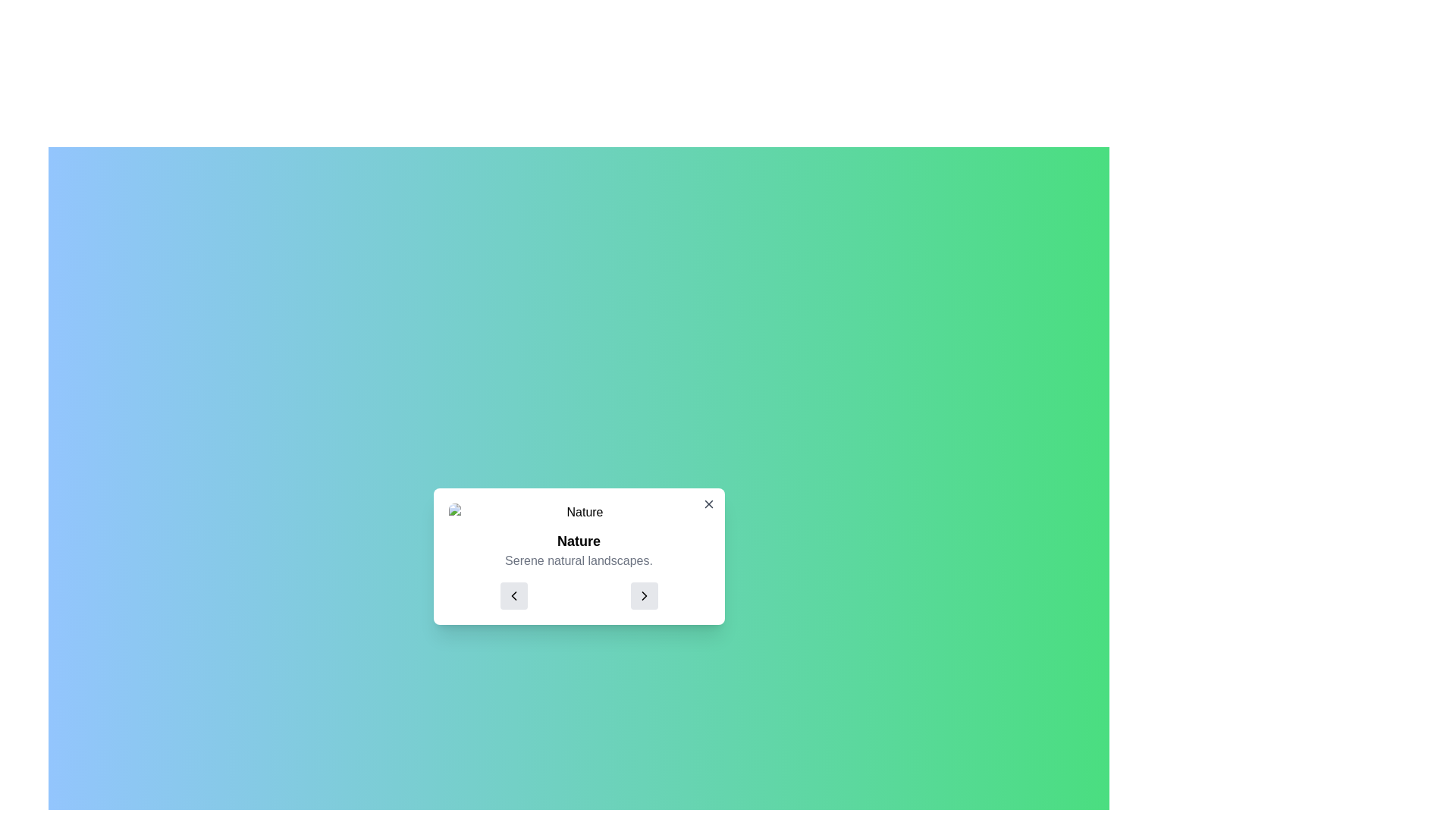 The height and width of the screenshot is (819, 1456). I want to click on the line segment forming part of the 'X' shape in the top-right corner of the card-like pop-up interface, so click(708, 504).